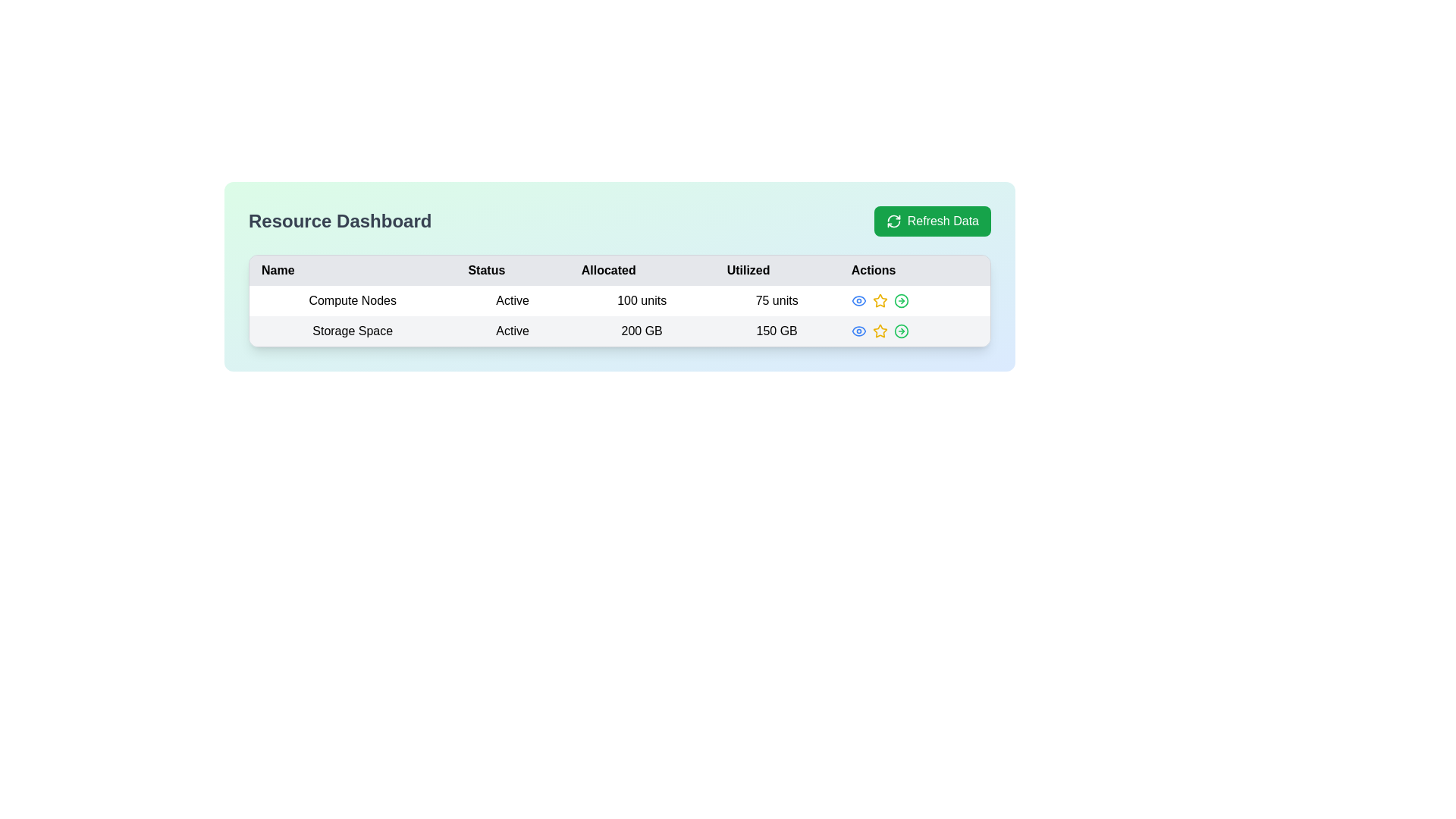  I want to click on the refresh button located on the top-right corner of the 'Resource Dashboard' header to reload the displayed data, so click(931, 221).